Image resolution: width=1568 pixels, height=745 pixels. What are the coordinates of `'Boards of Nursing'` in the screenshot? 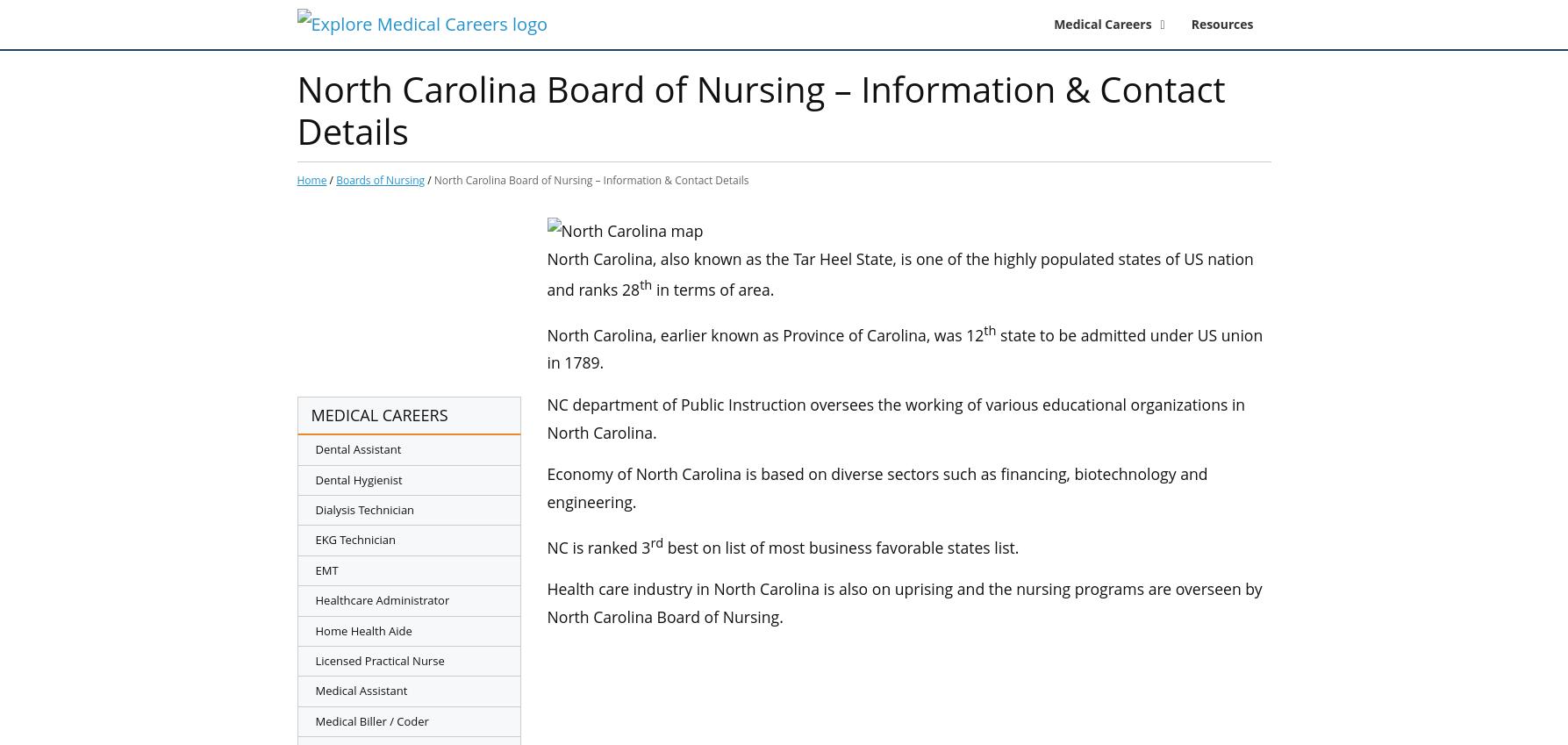 It's located at (380, 179).